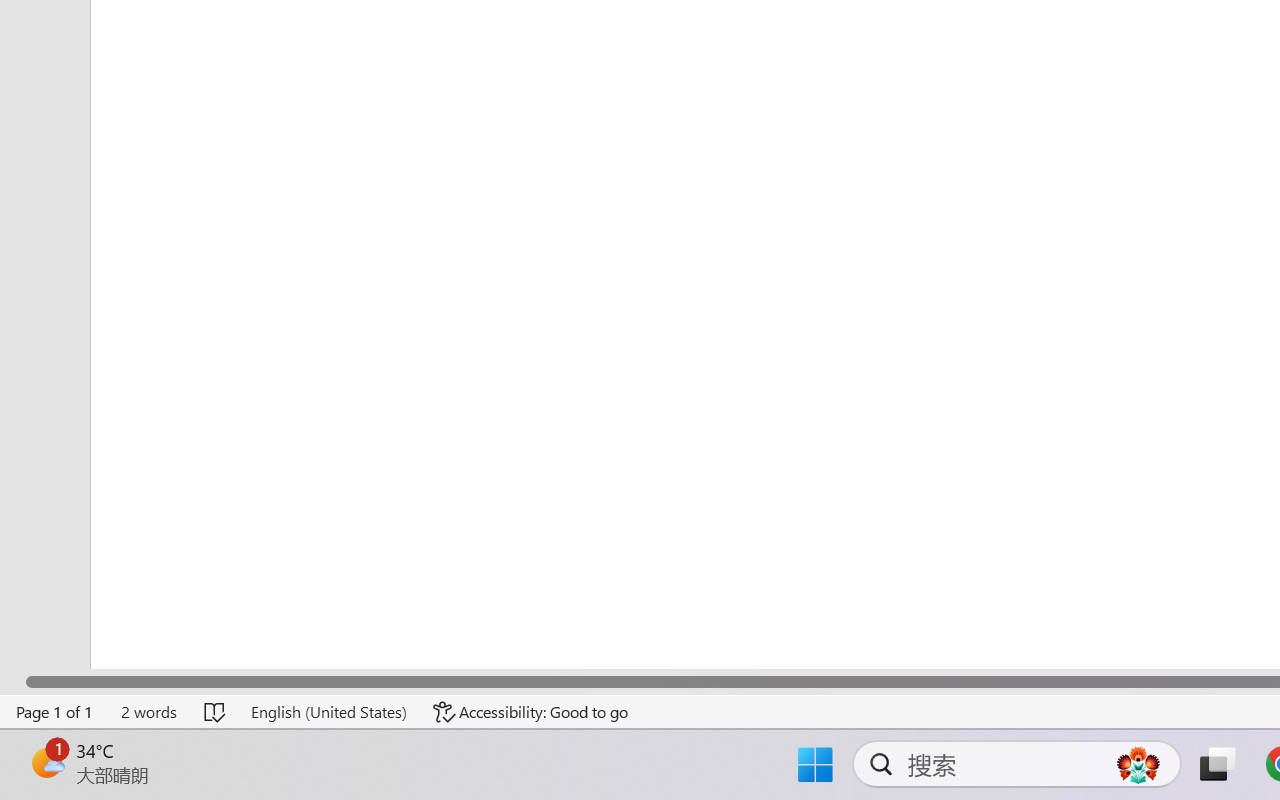  Describe the element at coordinates (55, 711) in the screenshot. I see `'Page Number Page 1 of 1'` at that location.